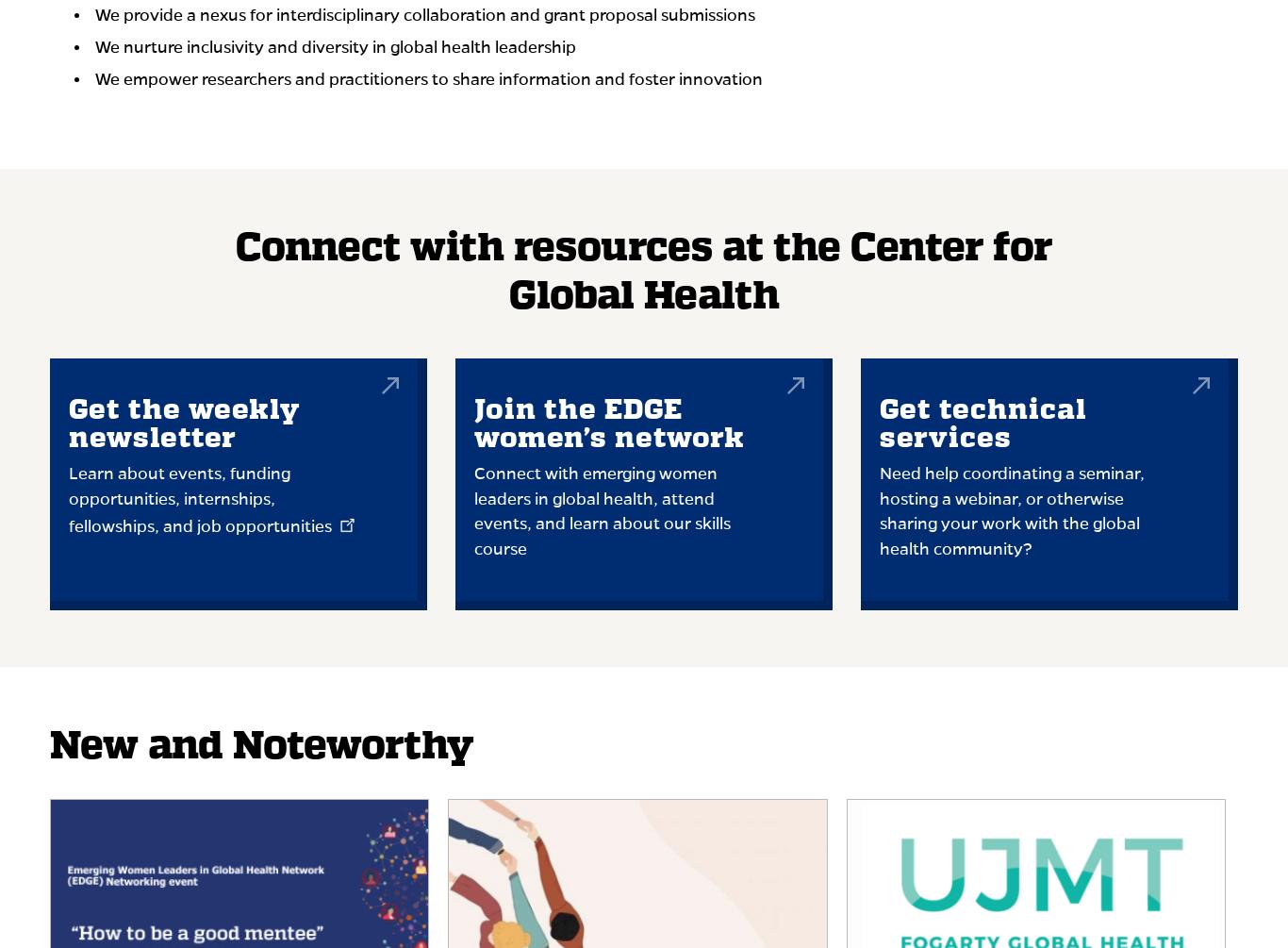  I want to click on 'New and Noteworthy', so click(261, 746).